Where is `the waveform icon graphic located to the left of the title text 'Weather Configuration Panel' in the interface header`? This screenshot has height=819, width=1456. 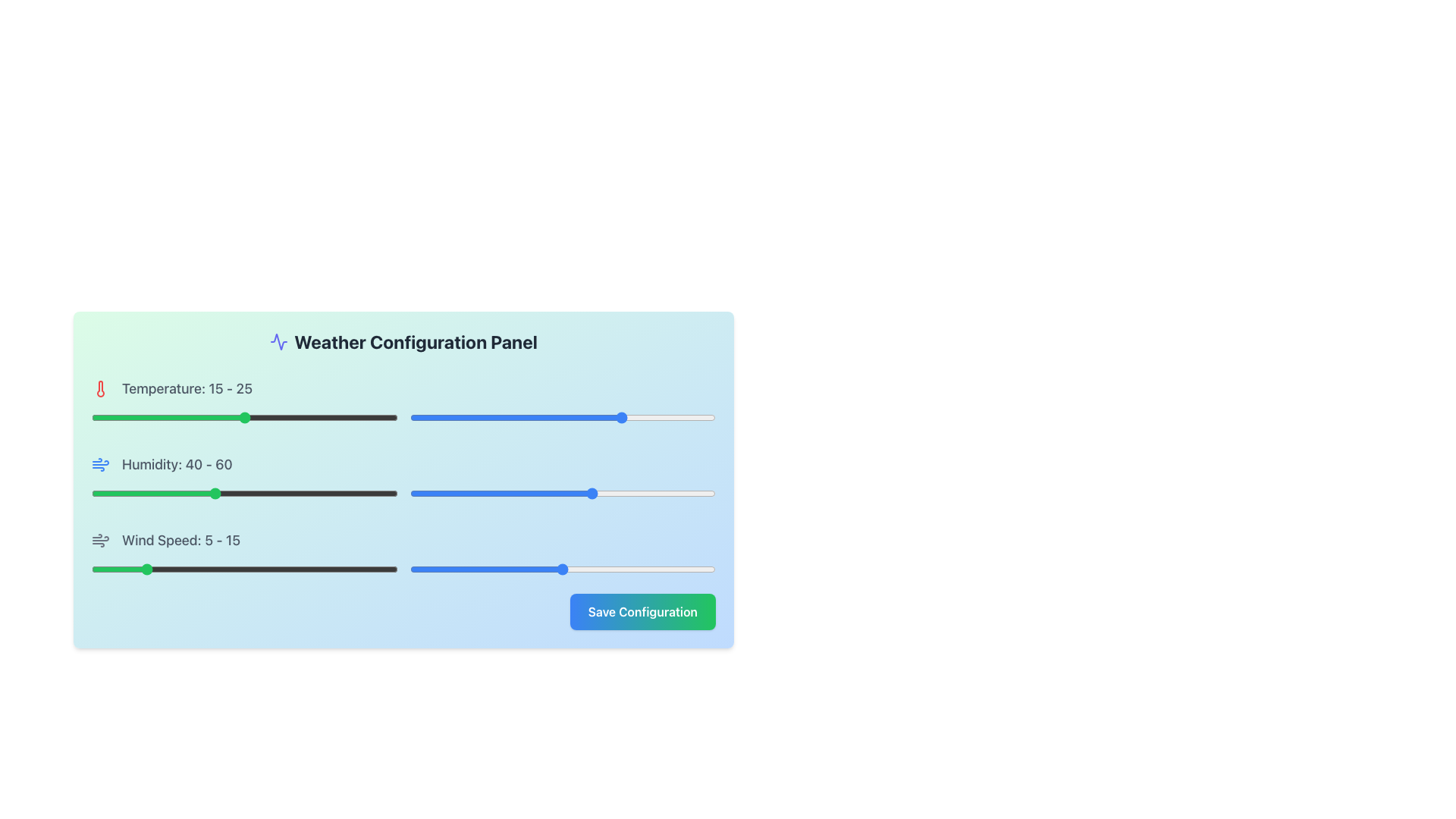
the waveform icon graphic located to the left of the title text 'Weather Configuration Panel' in the interface header is located at coordinates (279, 342).